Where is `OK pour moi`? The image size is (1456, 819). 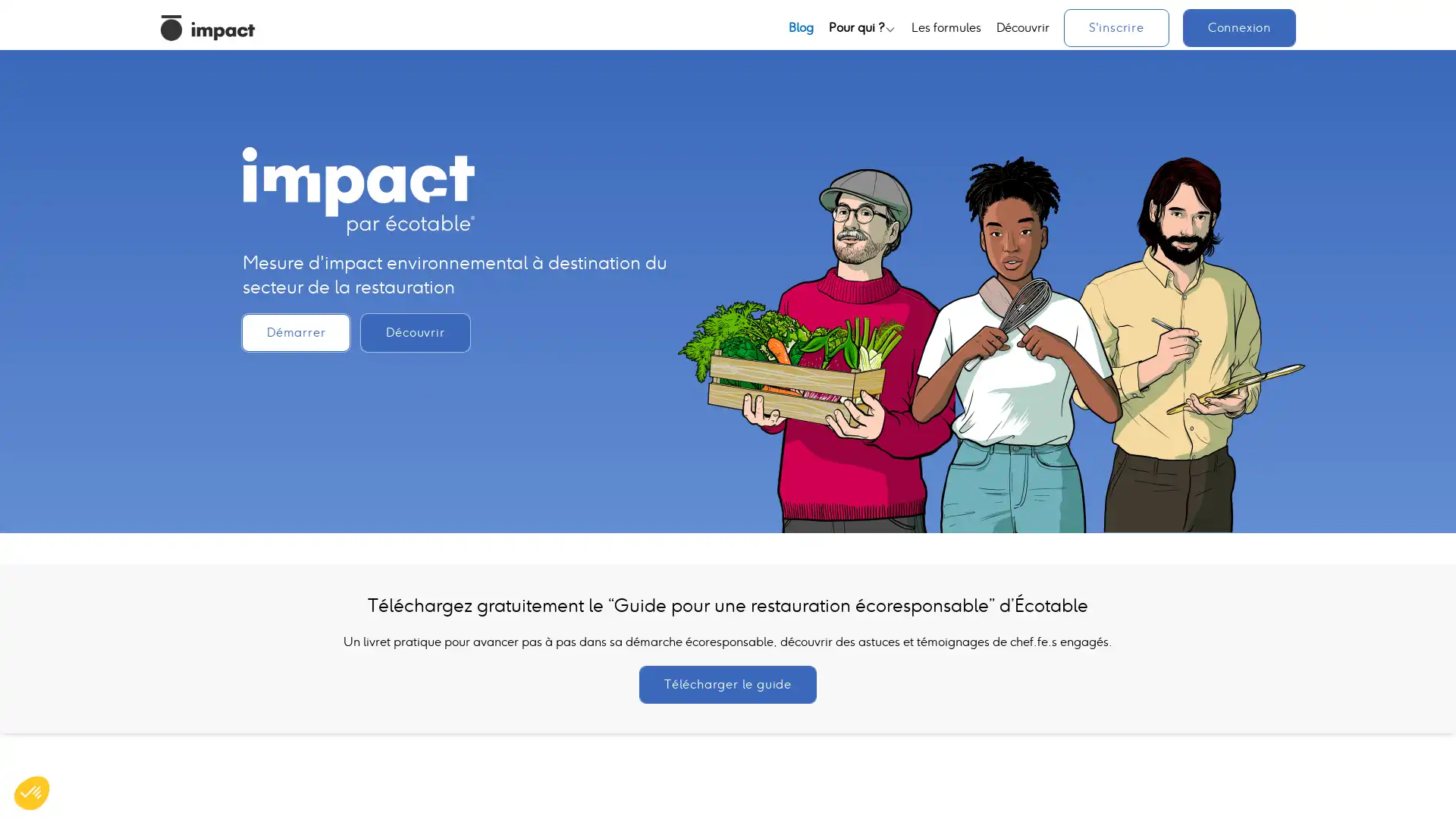 OK pour moi is located at coordinates (280, 742).